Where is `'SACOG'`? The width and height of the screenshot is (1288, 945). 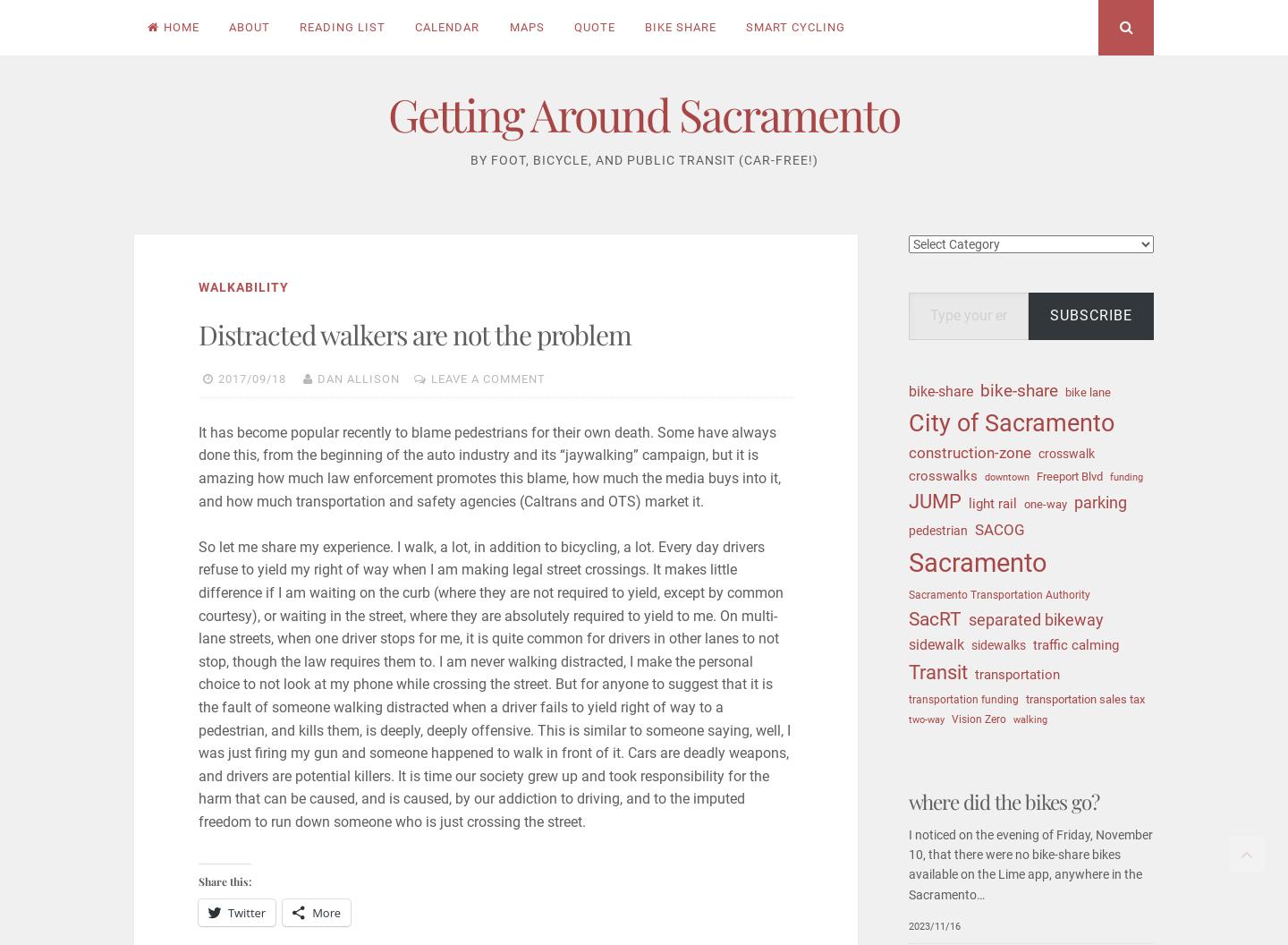
'SACOG' is located at coordinates (999, 529).